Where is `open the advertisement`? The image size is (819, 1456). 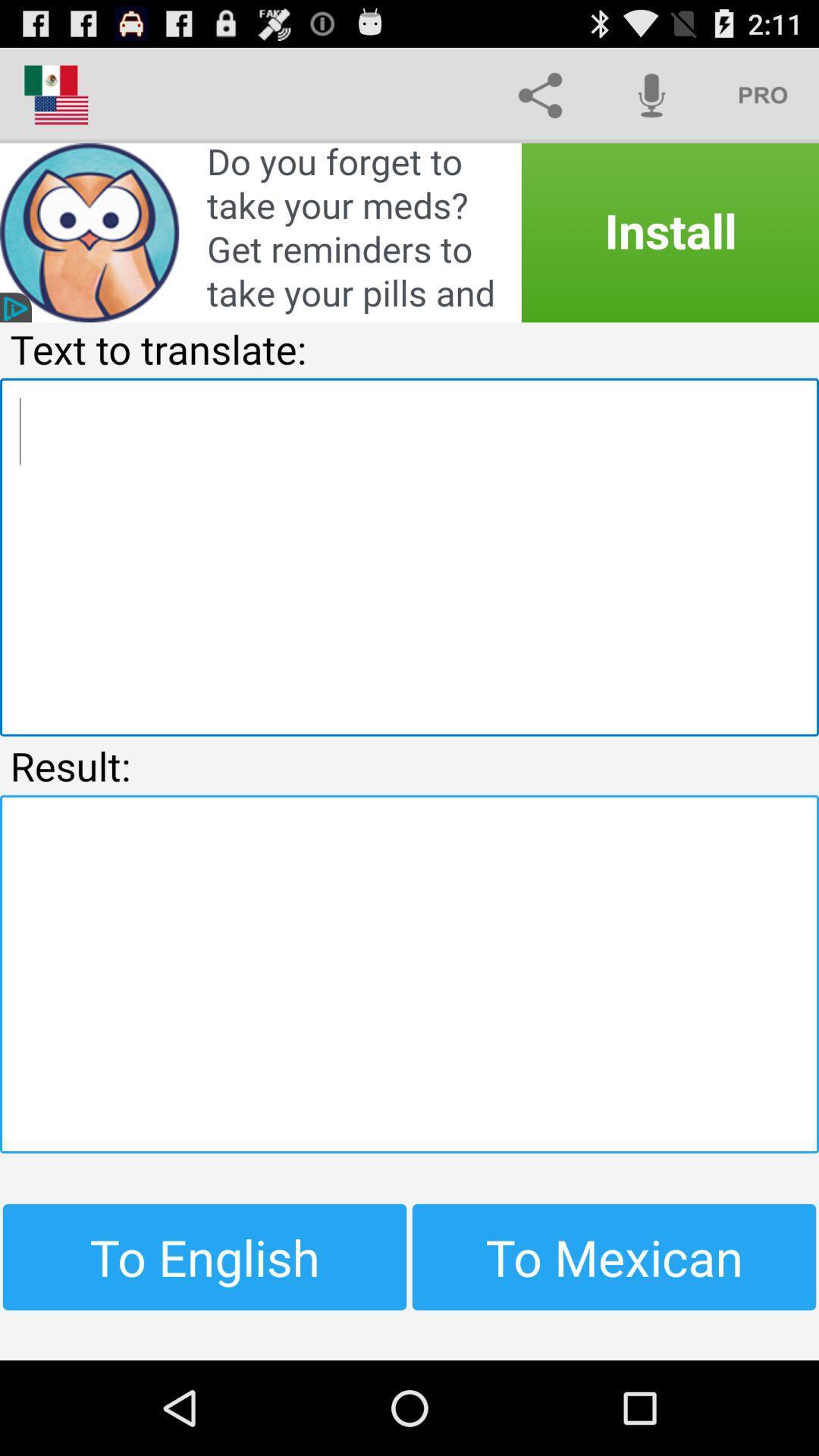 open the advertisement is located at coordinates (409, 232).